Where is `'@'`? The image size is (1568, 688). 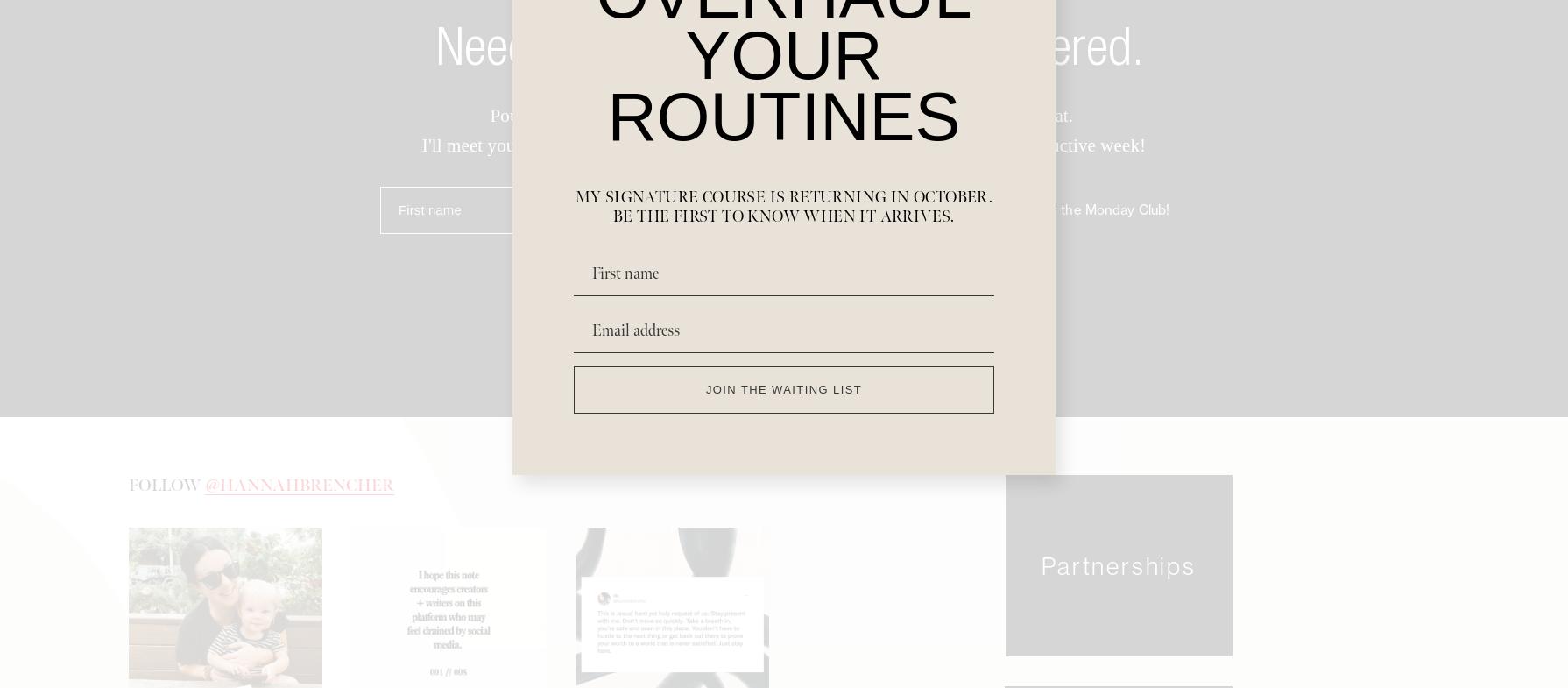
'@' is located at coordinates (212, 491).